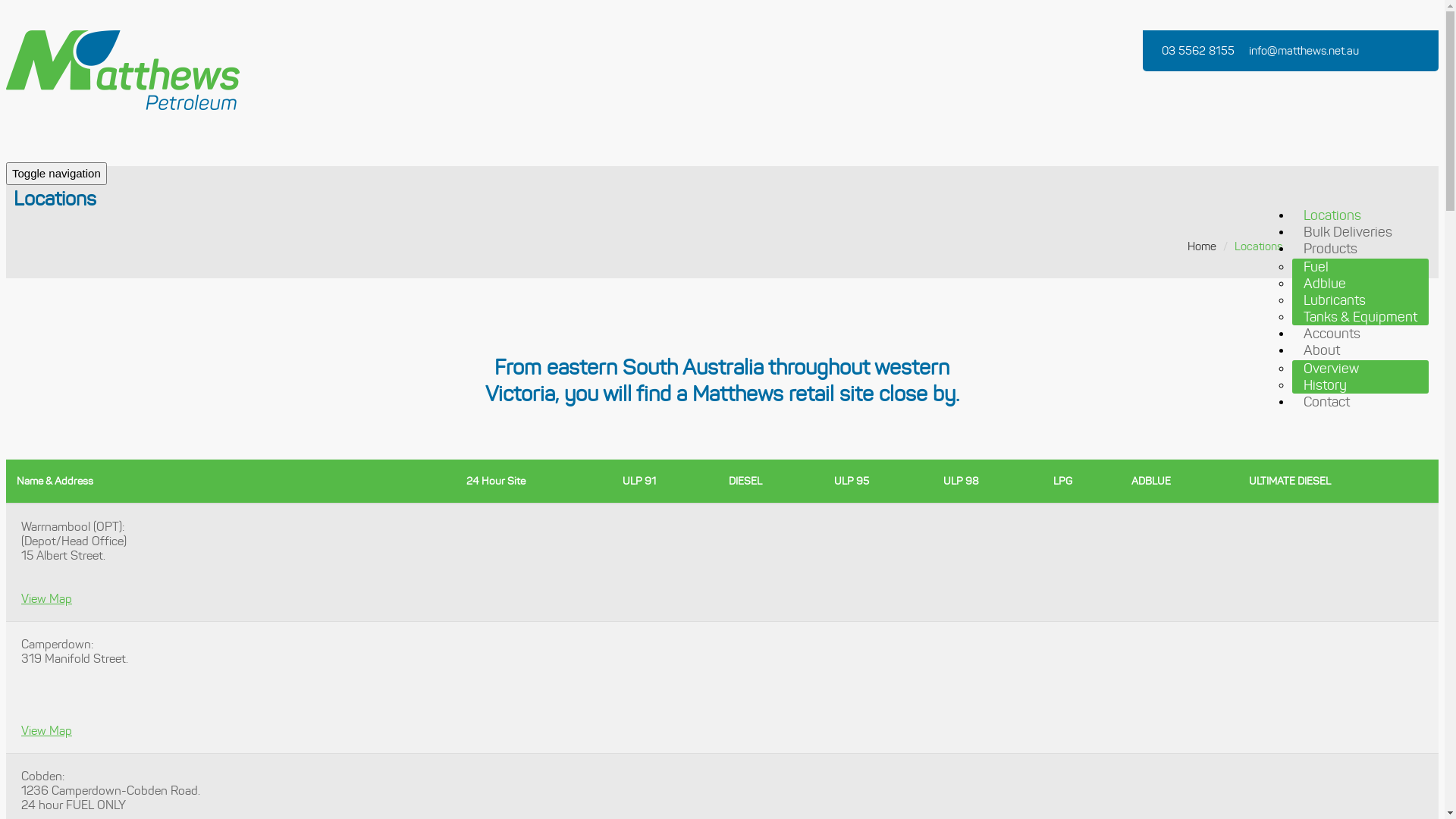 The image size is (1456, 819). I want to click on '03 5562 8155', so click(1199, 49).